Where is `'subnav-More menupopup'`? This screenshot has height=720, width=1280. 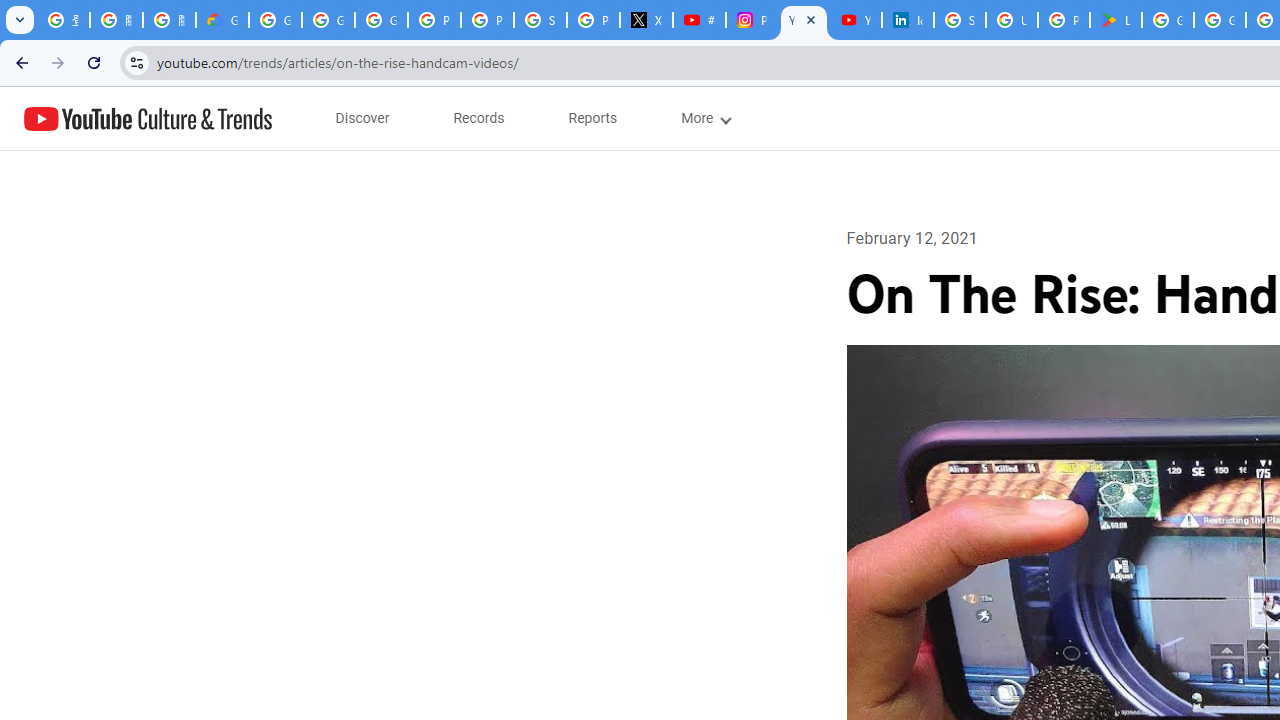
'subnav-More menupopup' is located at coordinates (705, 118).